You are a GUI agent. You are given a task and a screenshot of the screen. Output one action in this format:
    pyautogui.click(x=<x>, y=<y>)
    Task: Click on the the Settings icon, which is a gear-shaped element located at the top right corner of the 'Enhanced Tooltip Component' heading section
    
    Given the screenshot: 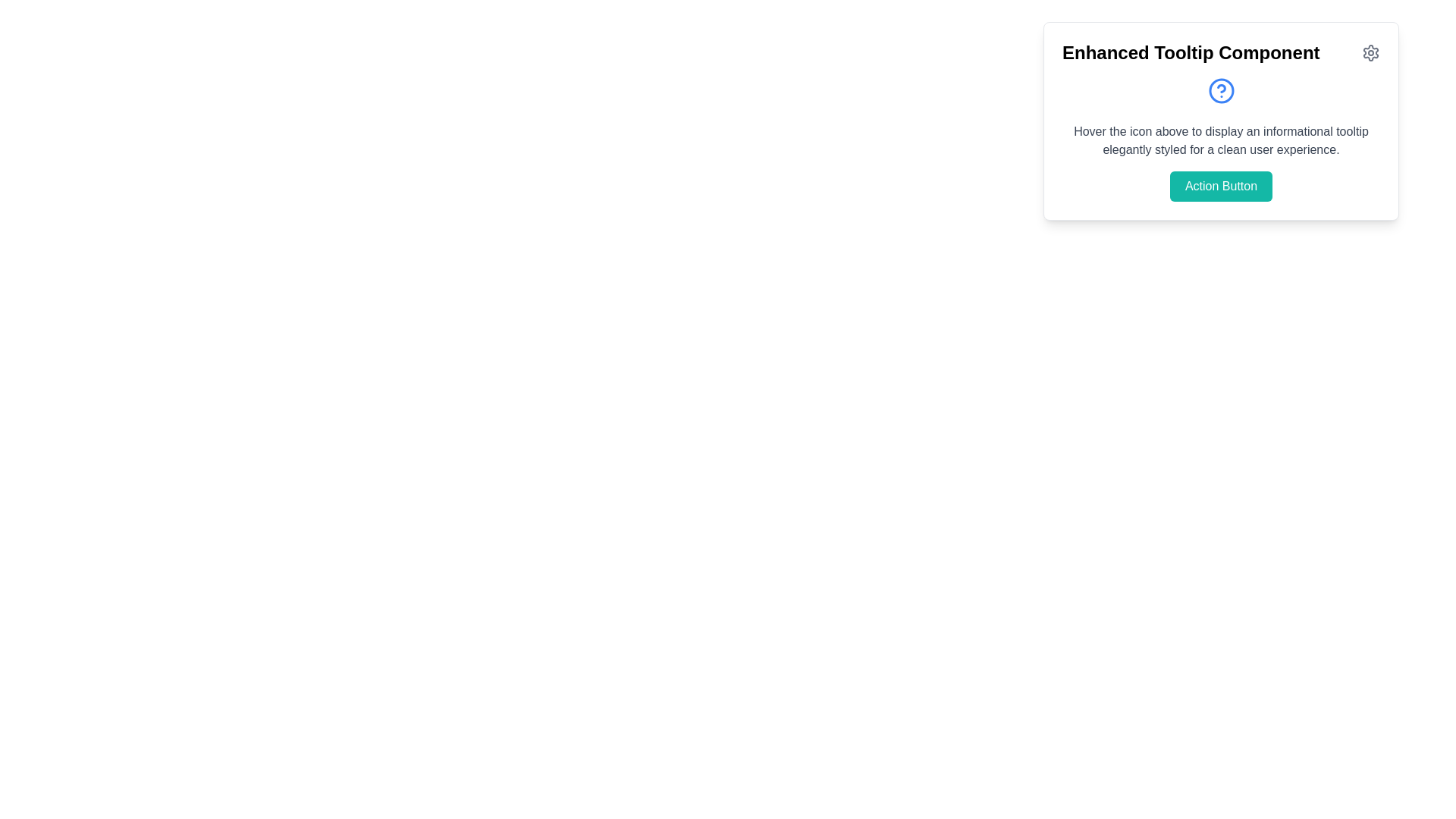 What is the action you would take?
    pyautogui.click(x=1371, y=52)
    